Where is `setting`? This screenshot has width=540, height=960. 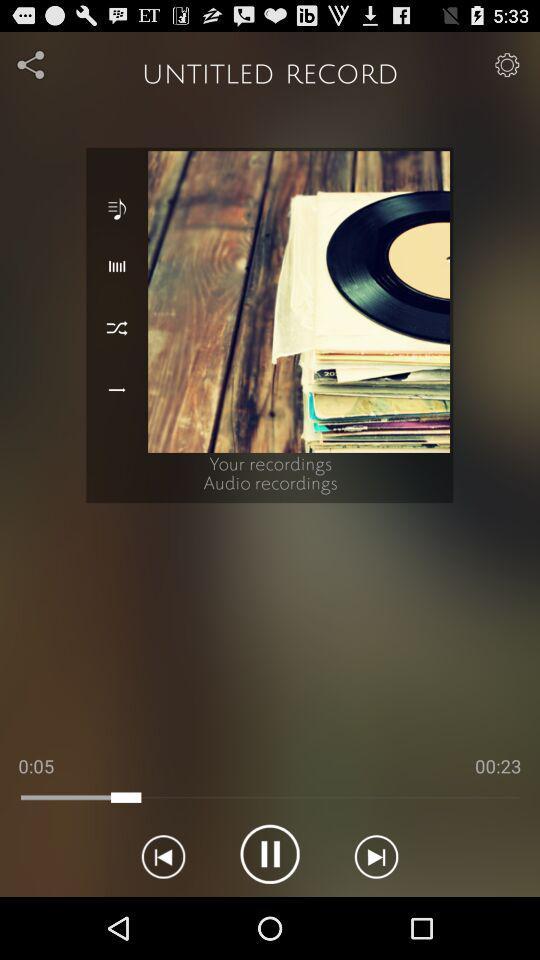 setting is located at coordinates (31, 64).